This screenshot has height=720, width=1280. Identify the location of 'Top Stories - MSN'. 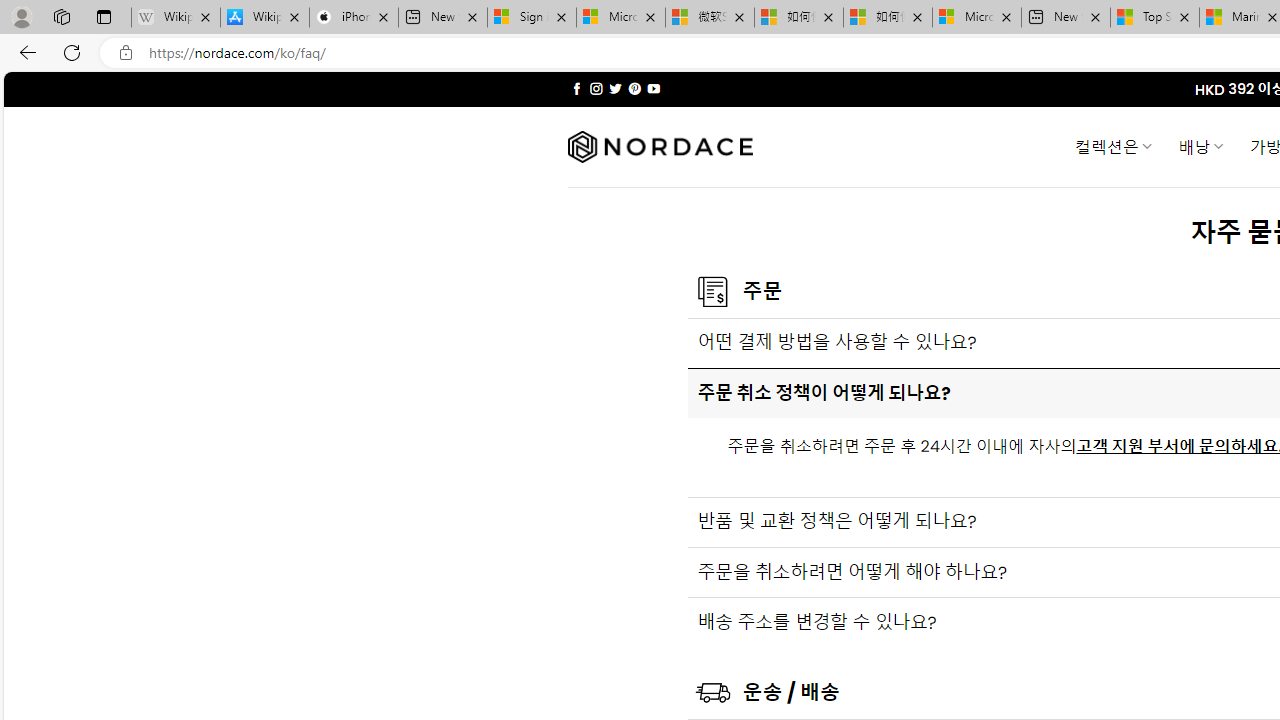
(1155, 17).